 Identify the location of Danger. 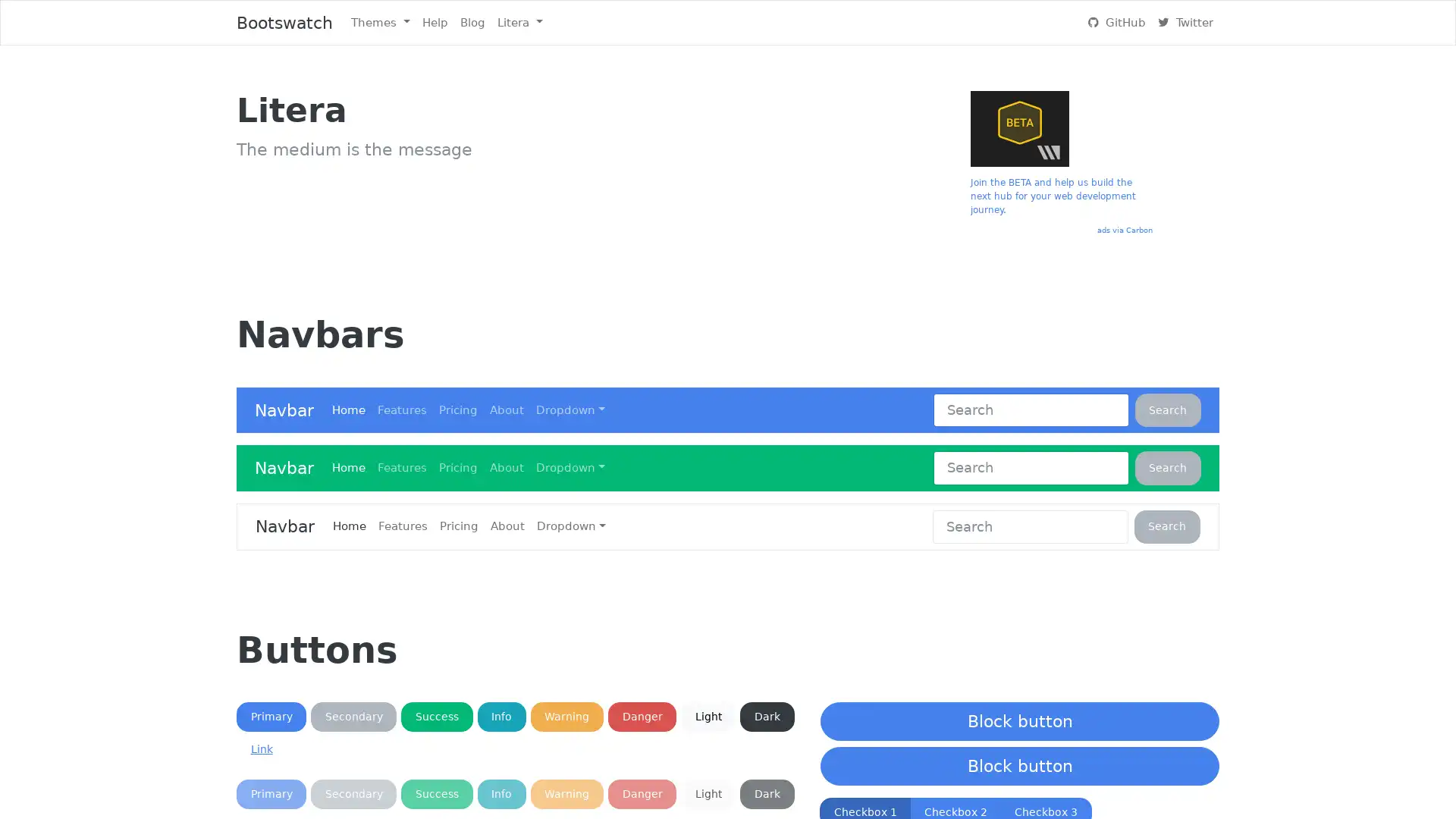
(642, 793).